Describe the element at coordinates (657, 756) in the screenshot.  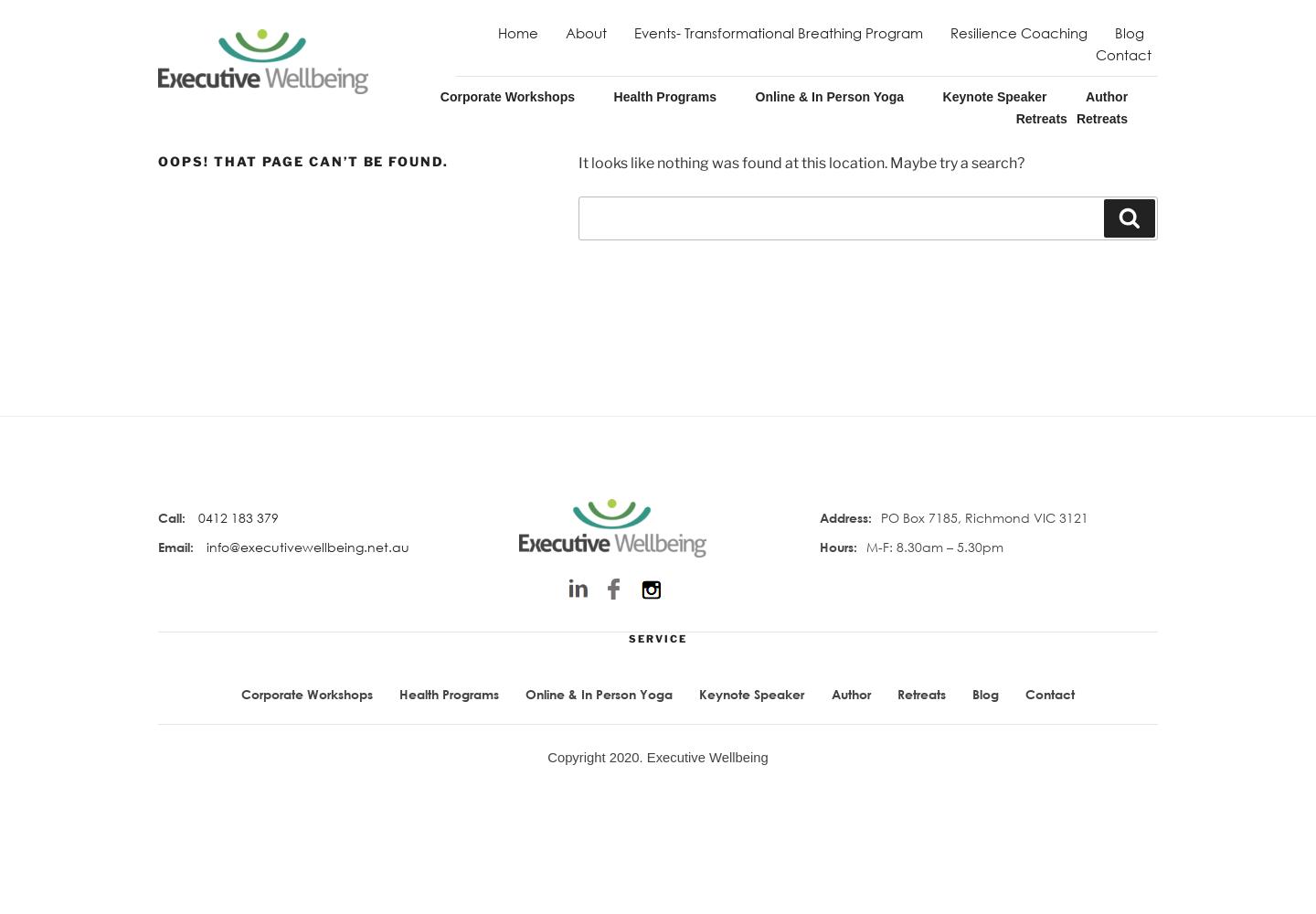
I see `'Copyright 2020. Executive Wellbeing'` at that location.